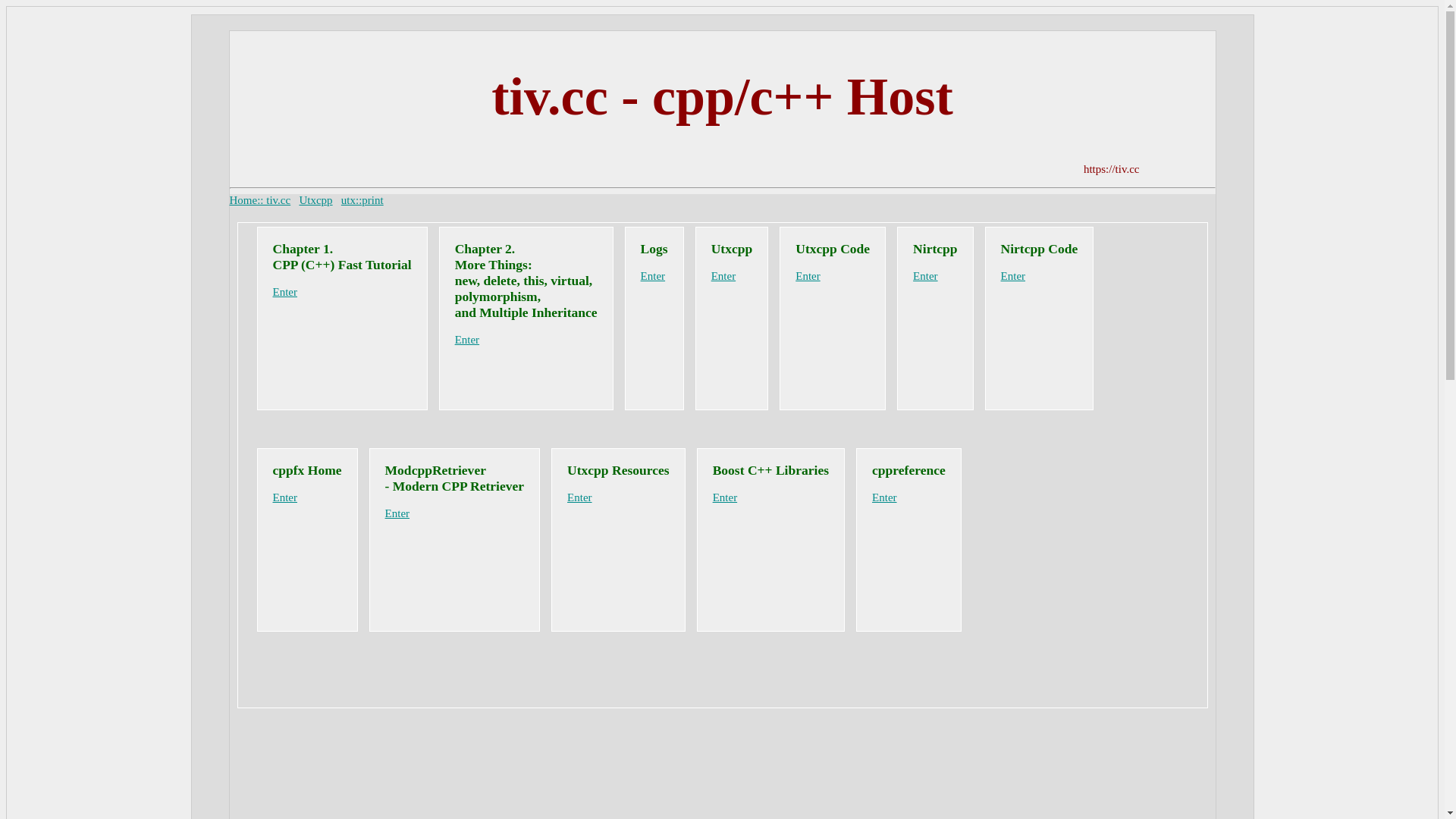 The height and width of the screenshot is (819, 1456). What do you see at coordinates (385, 513) in the screenshot?
I see `'Enter'` at bounding box center [385, 513].